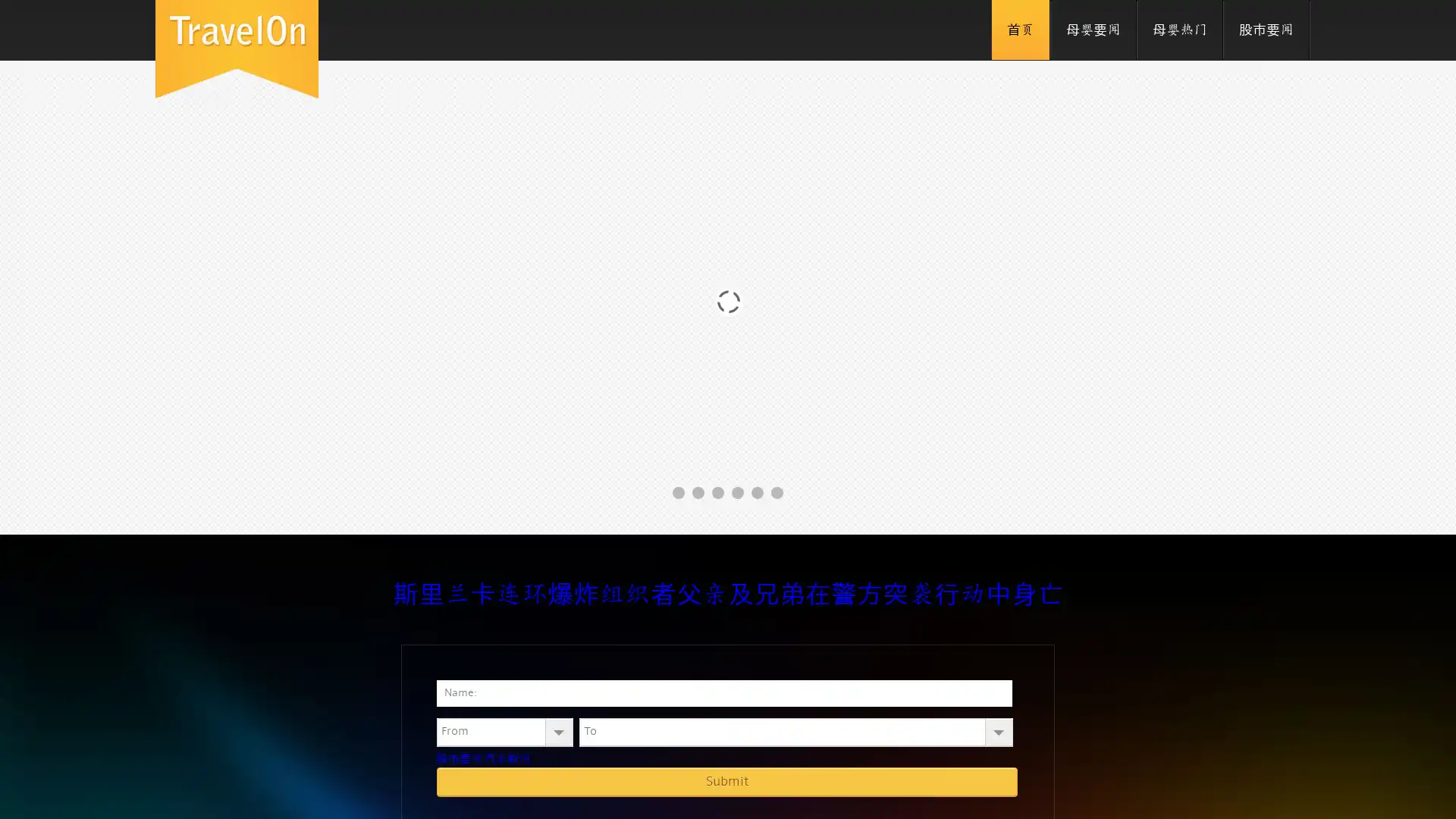  I want to click on submit, so click(726, 781).